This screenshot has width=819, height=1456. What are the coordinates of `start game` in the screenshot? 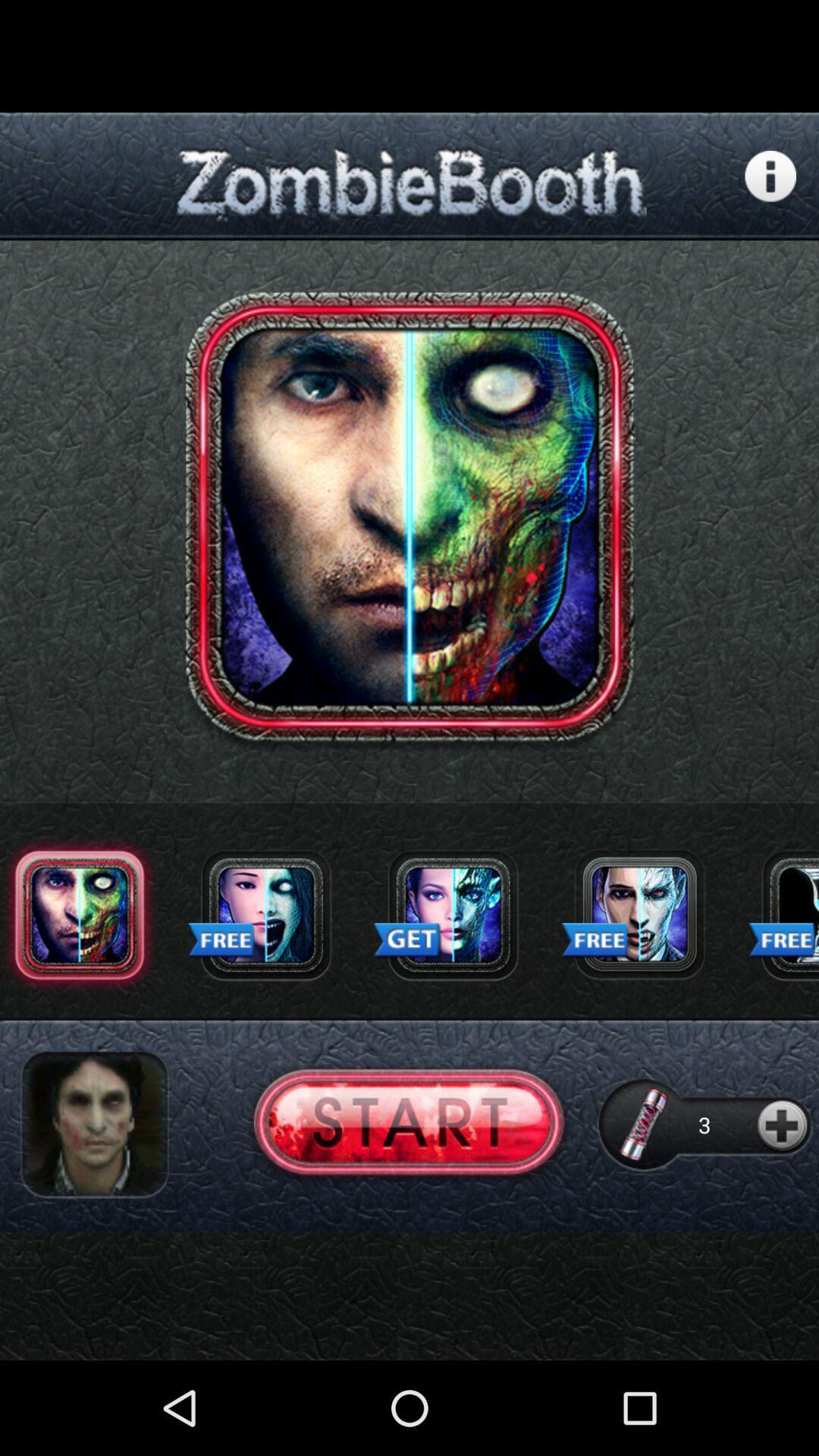 It's located at (408, 1125).